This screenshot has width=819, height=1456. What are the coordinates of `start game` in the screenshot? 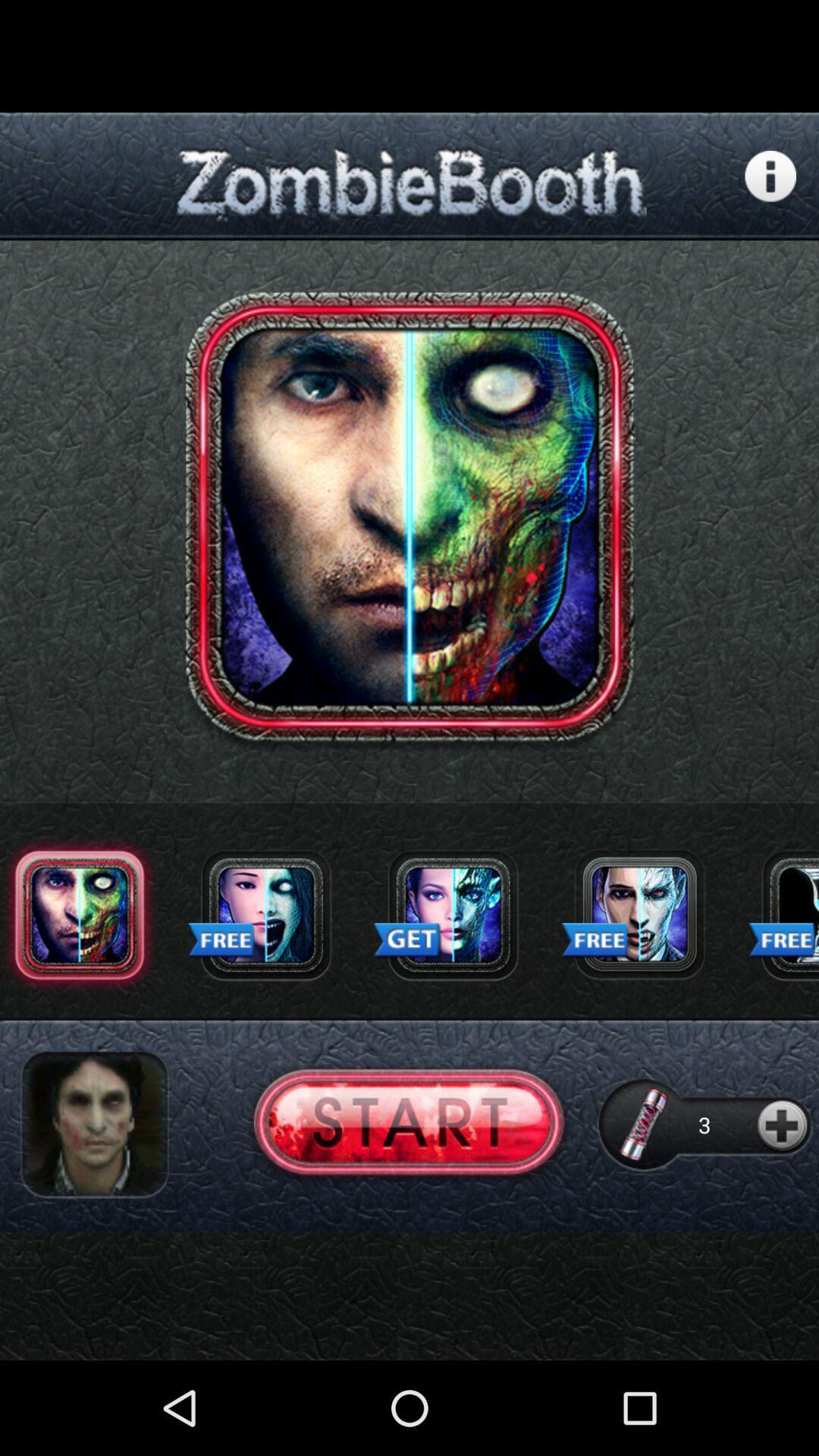 It's located at (408, 1125).